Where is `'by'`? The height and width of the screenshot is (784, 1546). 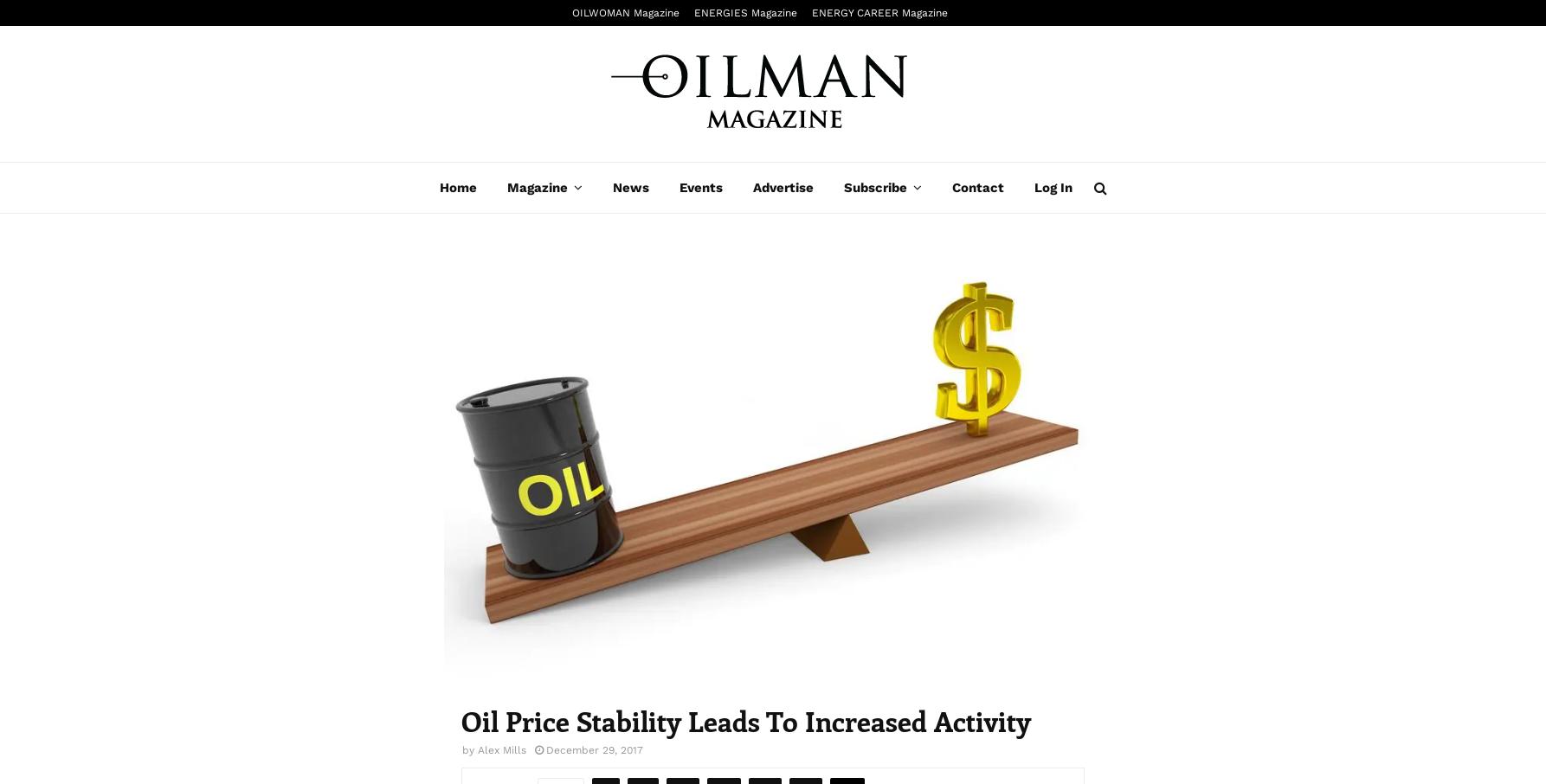 'by' is located at coordinates (468, 750).